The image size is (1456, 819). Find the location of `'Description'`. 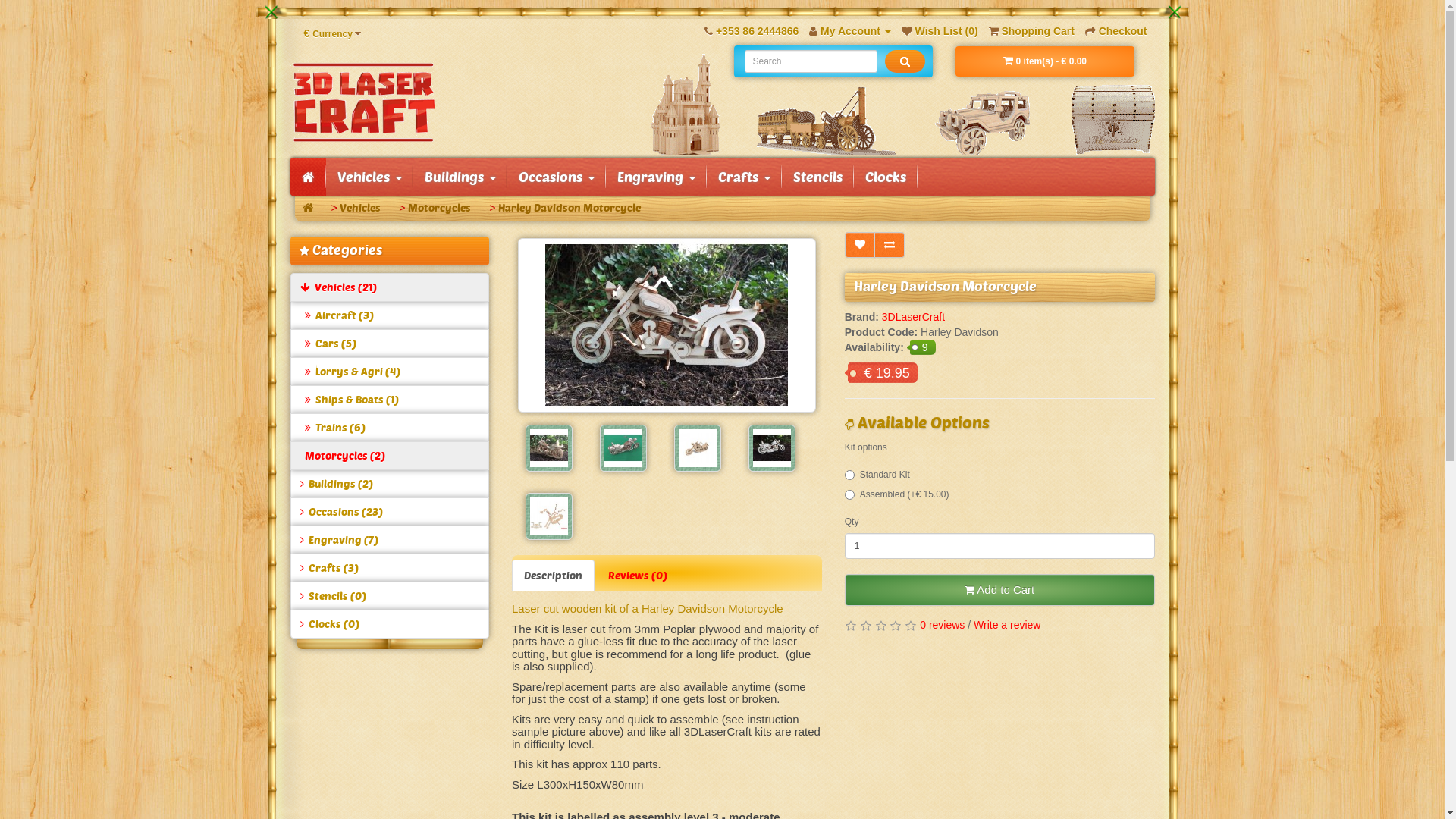

'Description' is located at coordinates (512, 576).